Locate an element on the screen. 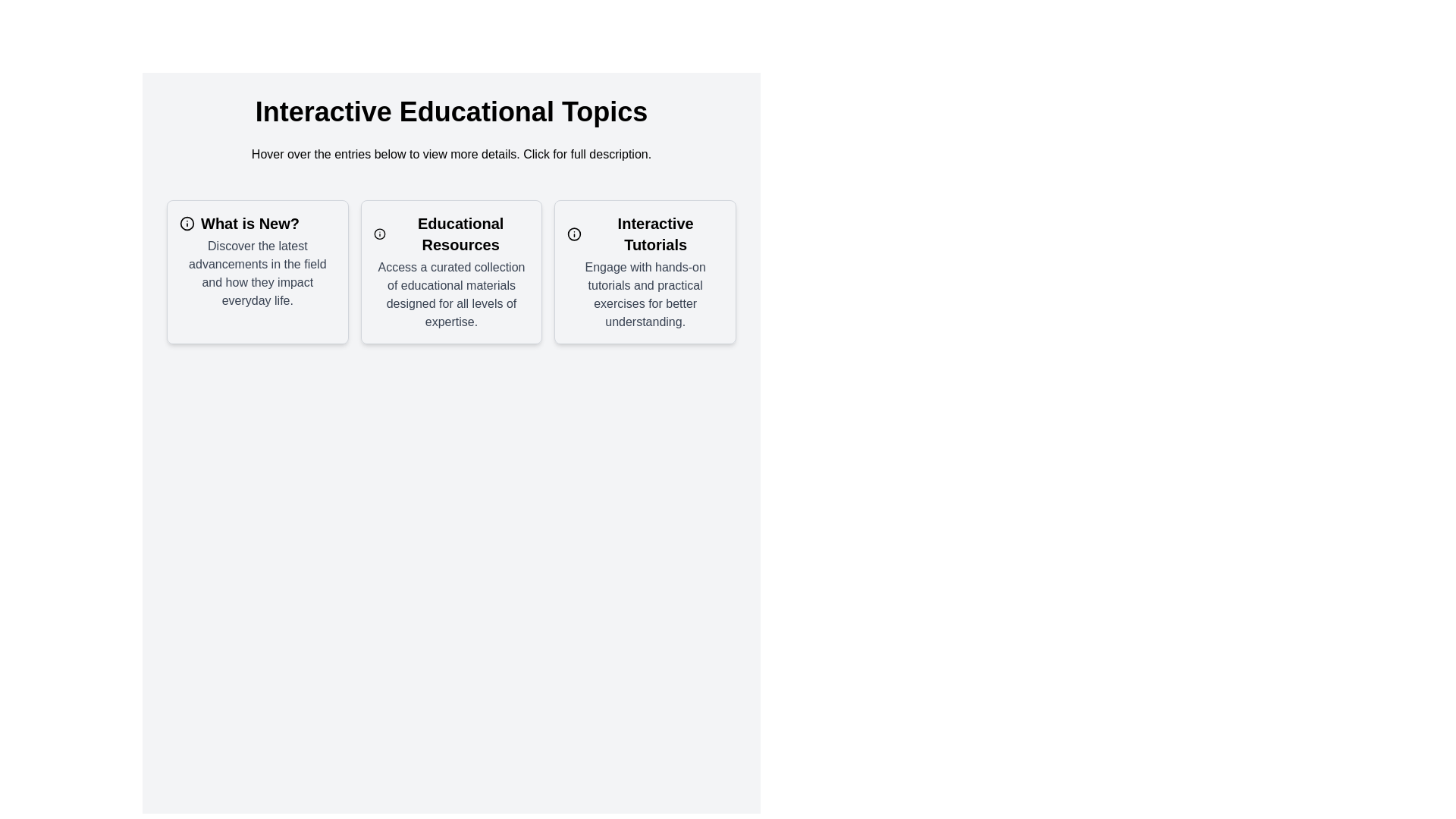 This screenshot has height=819, width=1456. text of the header element labeled 'Educational Resources', which is styled in bold and larger than surrounding text, located centrally under the 'Interactive Educational Topics' heading is located at coordinates (450, 234).